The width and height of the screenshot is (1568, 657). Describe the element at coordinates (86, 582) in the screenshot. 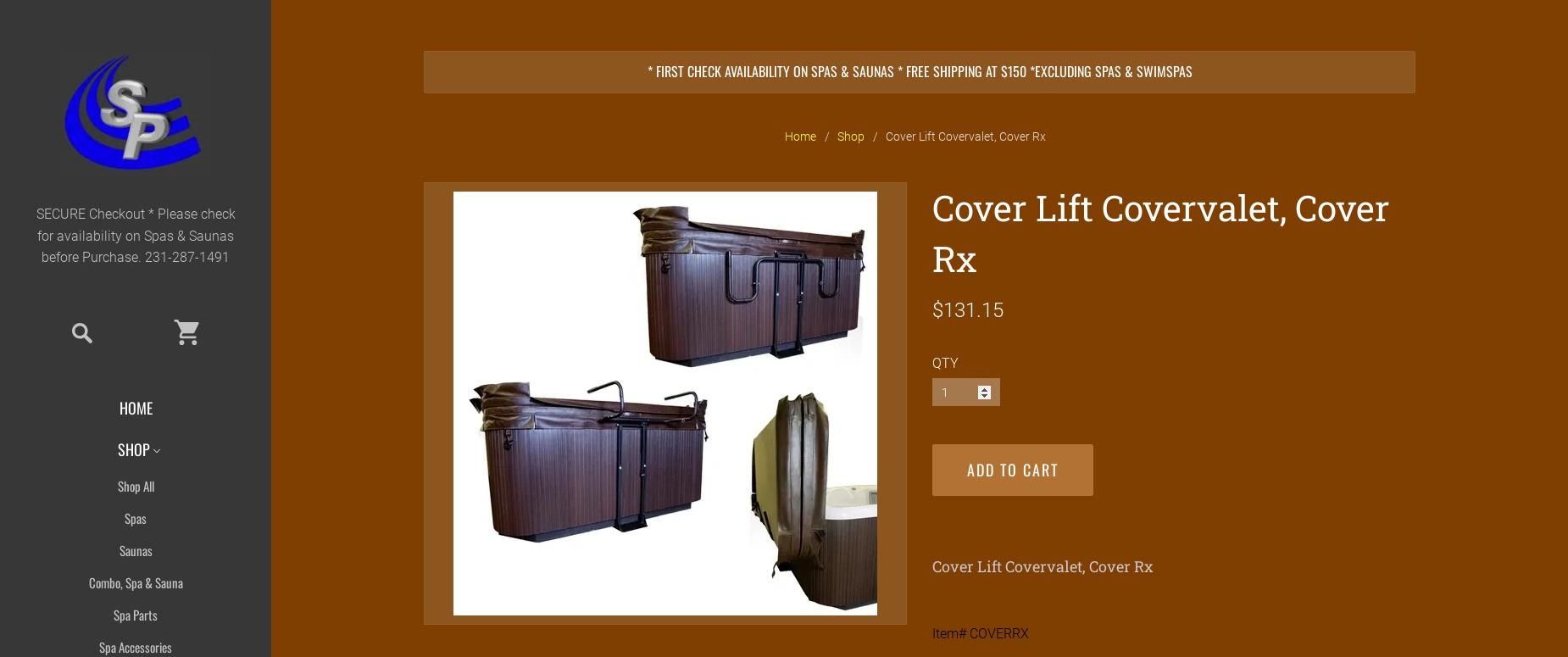

I see `'Combo, Spa & Sauna'` at that location.